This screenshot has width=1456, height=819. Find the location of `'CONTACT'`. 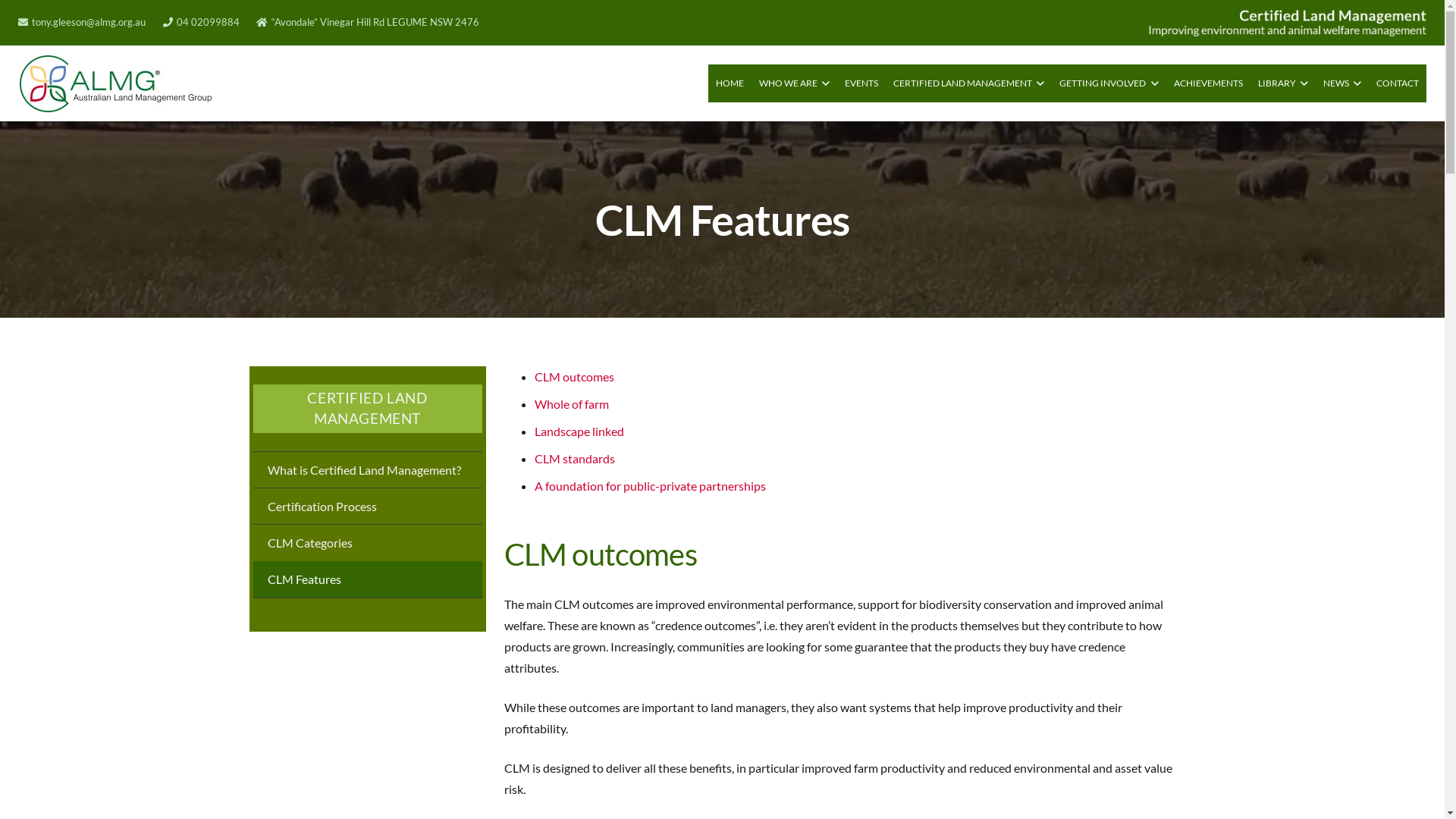

'CONTACT' is located at coordinates (1397, 83).